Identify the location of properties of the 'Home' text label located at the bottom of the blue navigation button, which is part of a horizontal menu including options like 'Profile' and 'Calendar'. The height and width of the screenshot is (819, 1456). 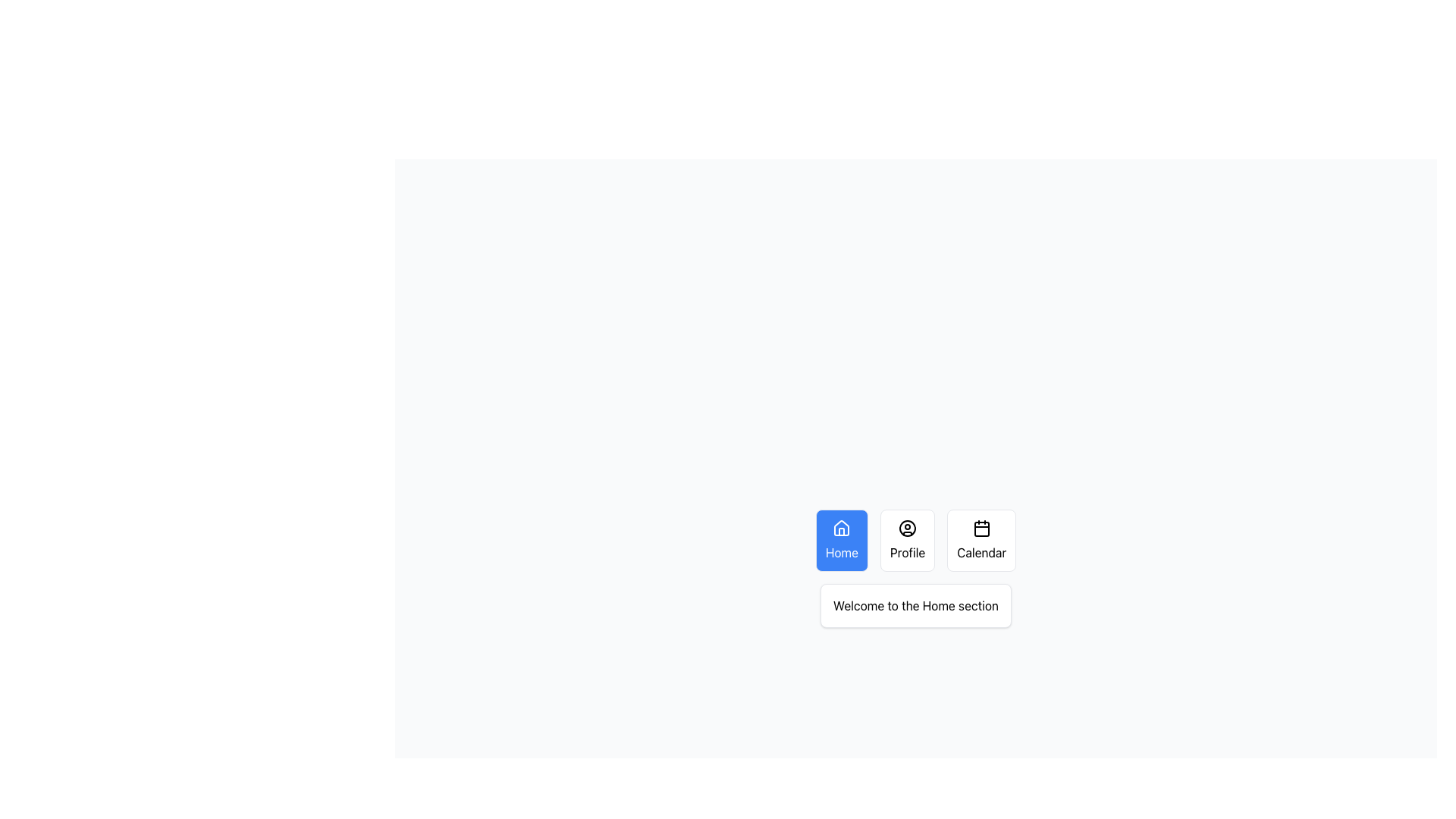
(841, 553).